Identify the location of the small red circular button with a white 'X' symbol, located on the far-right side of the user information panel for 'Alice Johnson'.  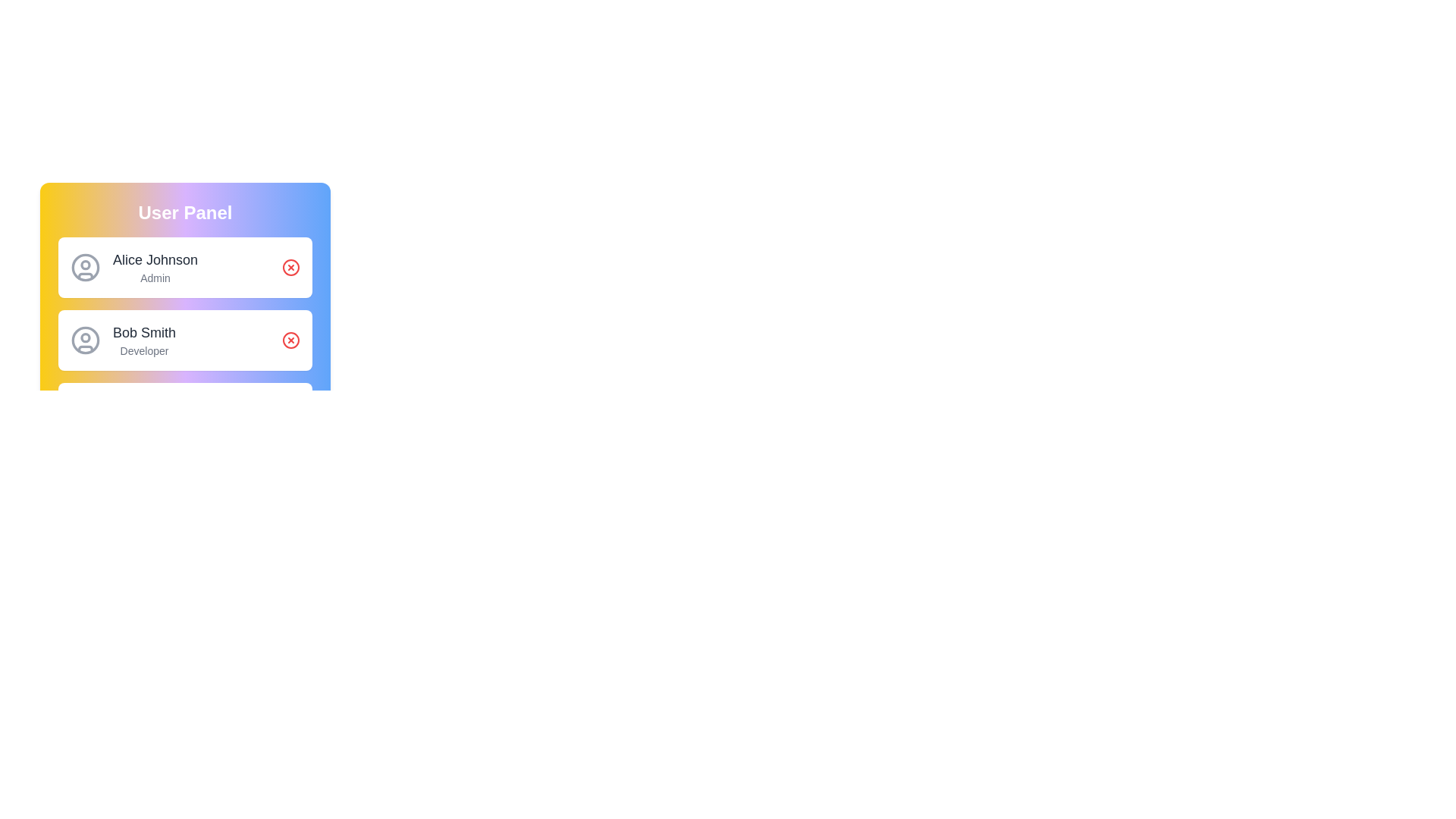
(291, 267).